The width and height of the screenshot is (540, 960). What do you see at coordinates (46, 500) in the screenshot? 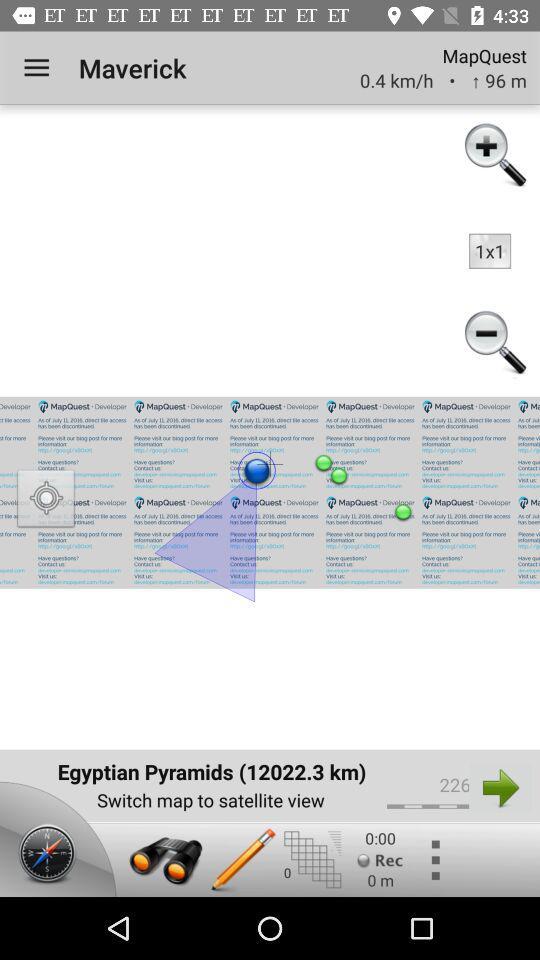
I see `the location_crosshair icon` at bounding box center [46, 500].